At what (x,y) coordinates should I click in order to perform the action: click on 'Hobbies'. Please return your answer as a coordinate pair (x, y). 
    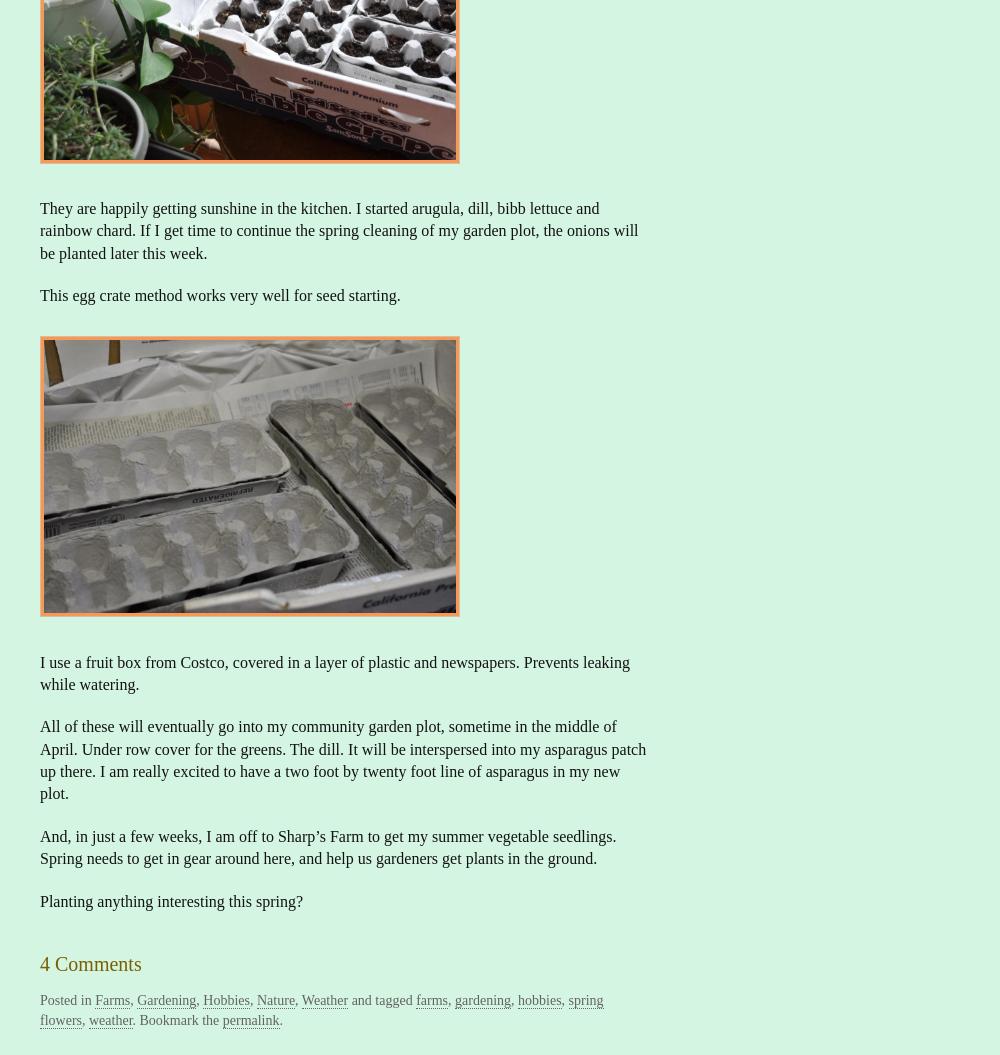
    Looking at the image, I should click on (225, 999).